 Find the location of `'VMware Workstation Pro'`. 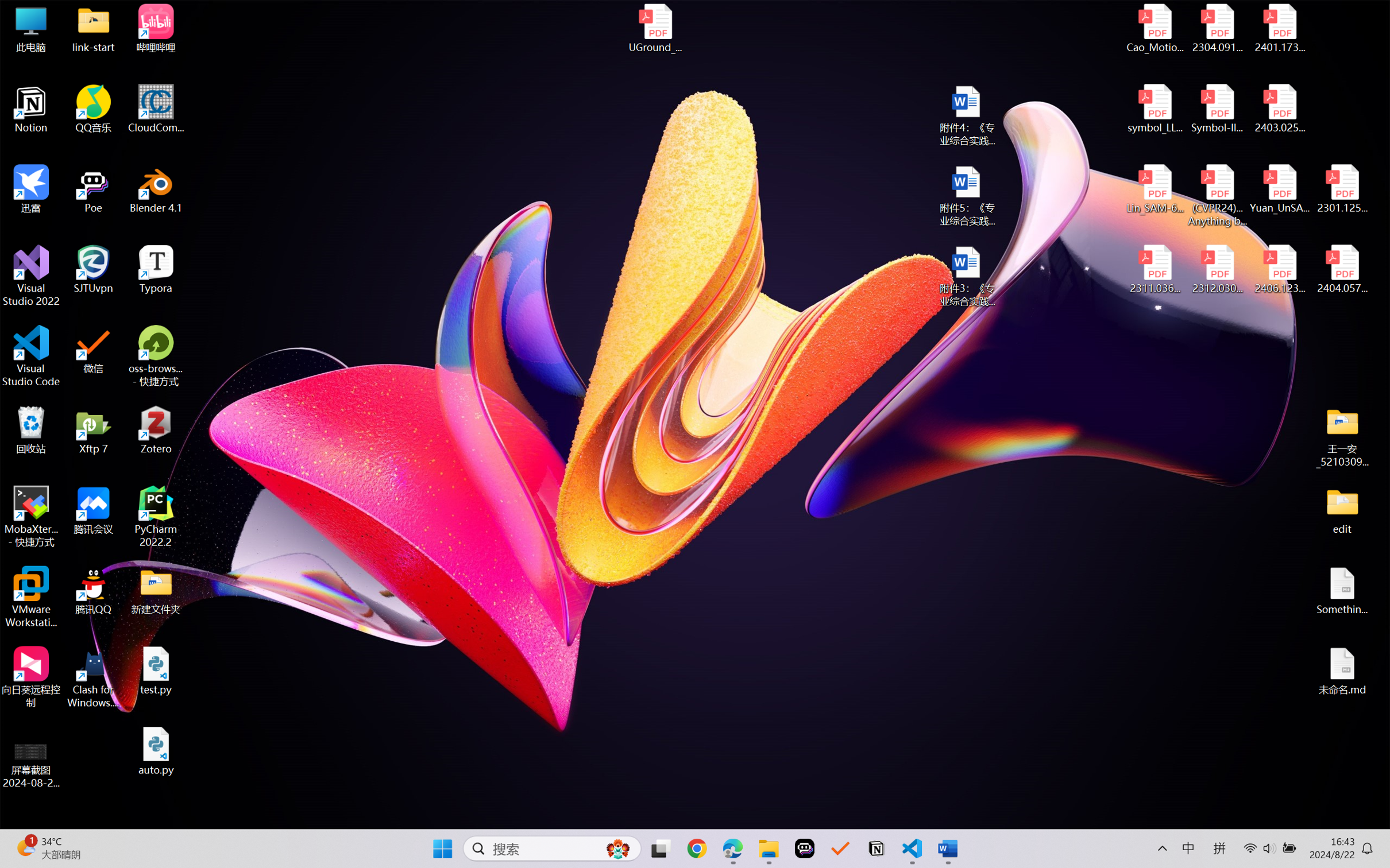

'VMware Workstation Pro' is located at coordinates (30, 597).